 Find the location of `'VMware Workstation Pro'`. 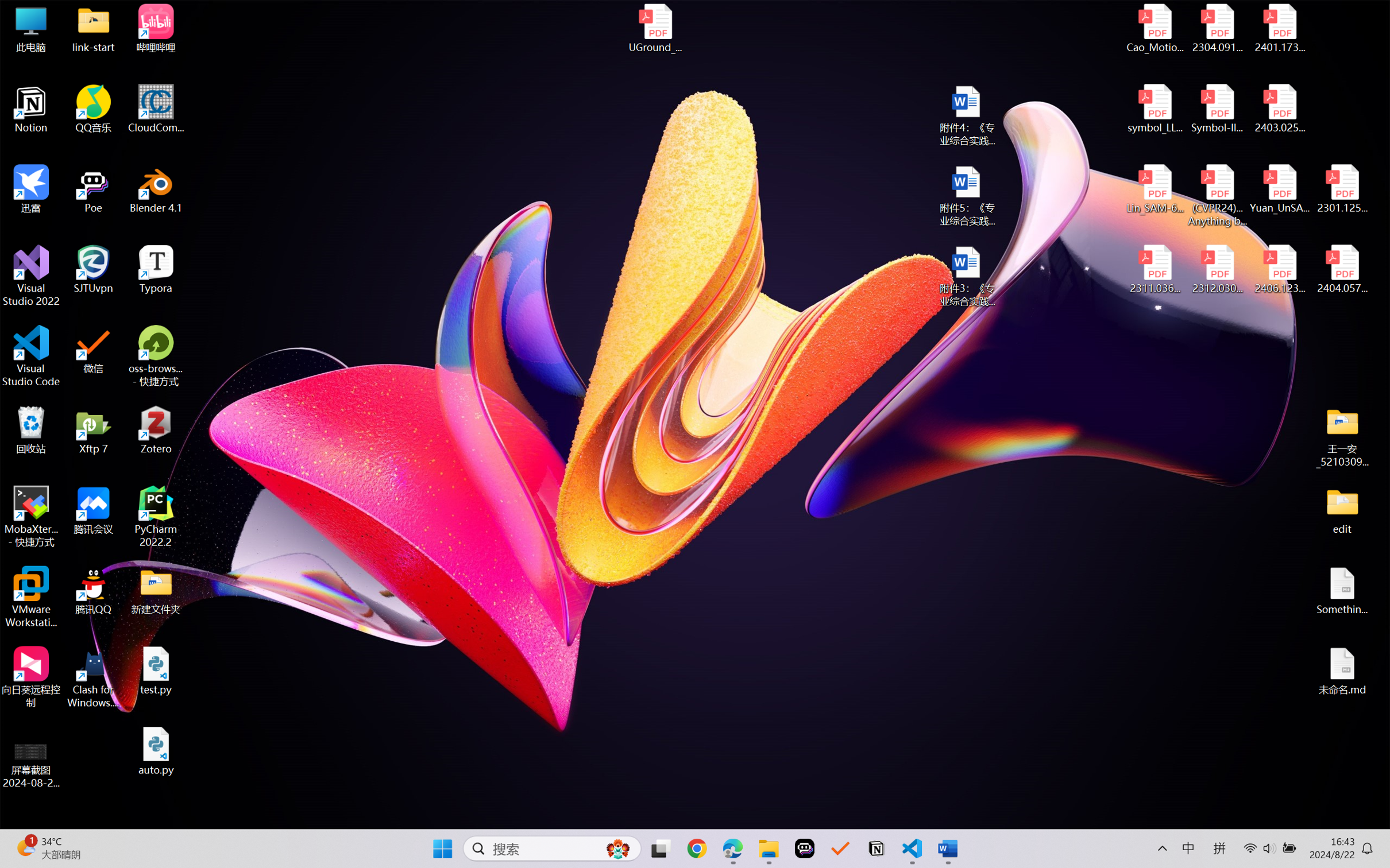

'VMware Workstation Pro' is located at coordinates (30, 597).